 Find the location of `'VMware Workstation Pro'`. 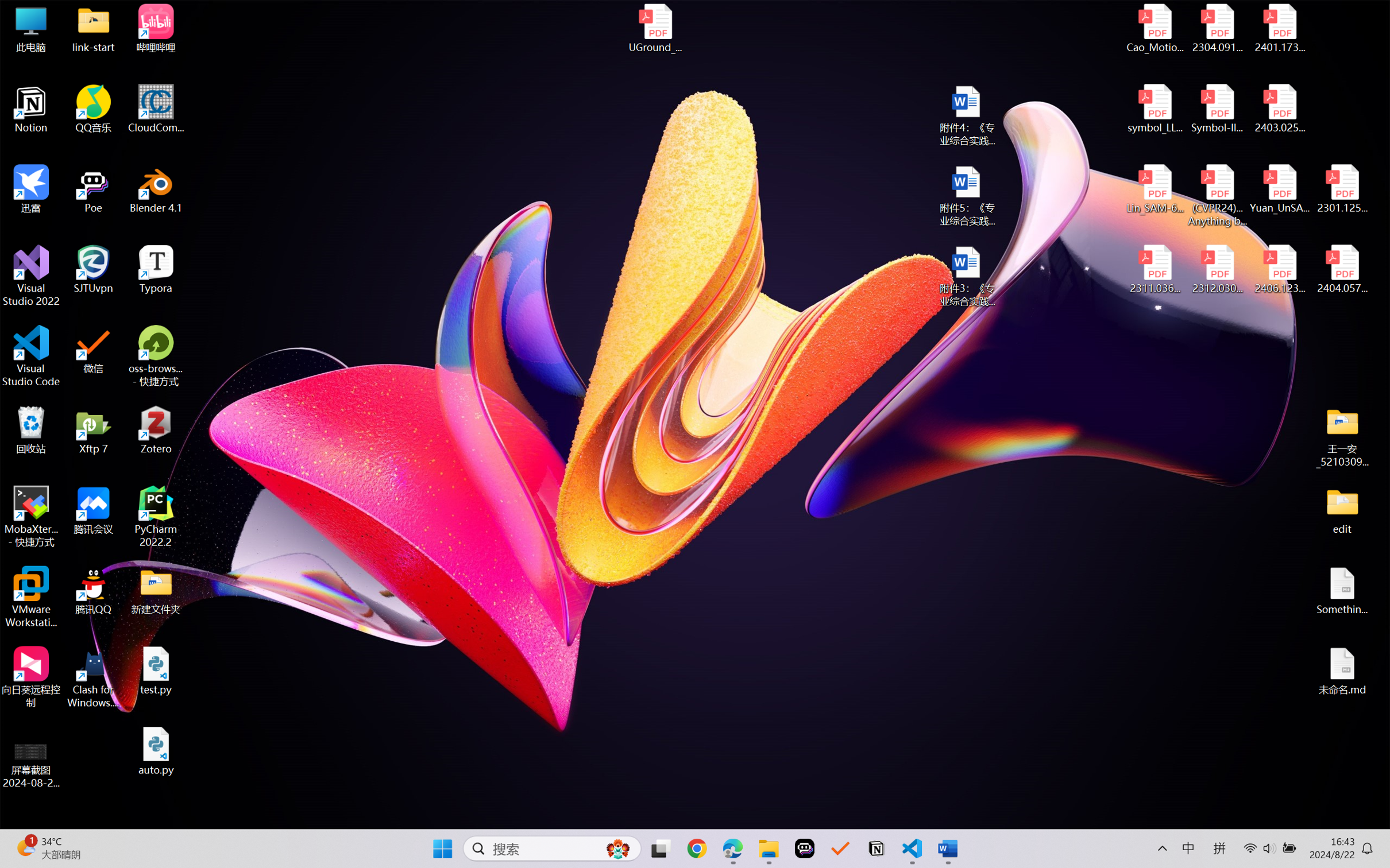

'VMware Workstation Pro' is located at coordinates (30, 597).